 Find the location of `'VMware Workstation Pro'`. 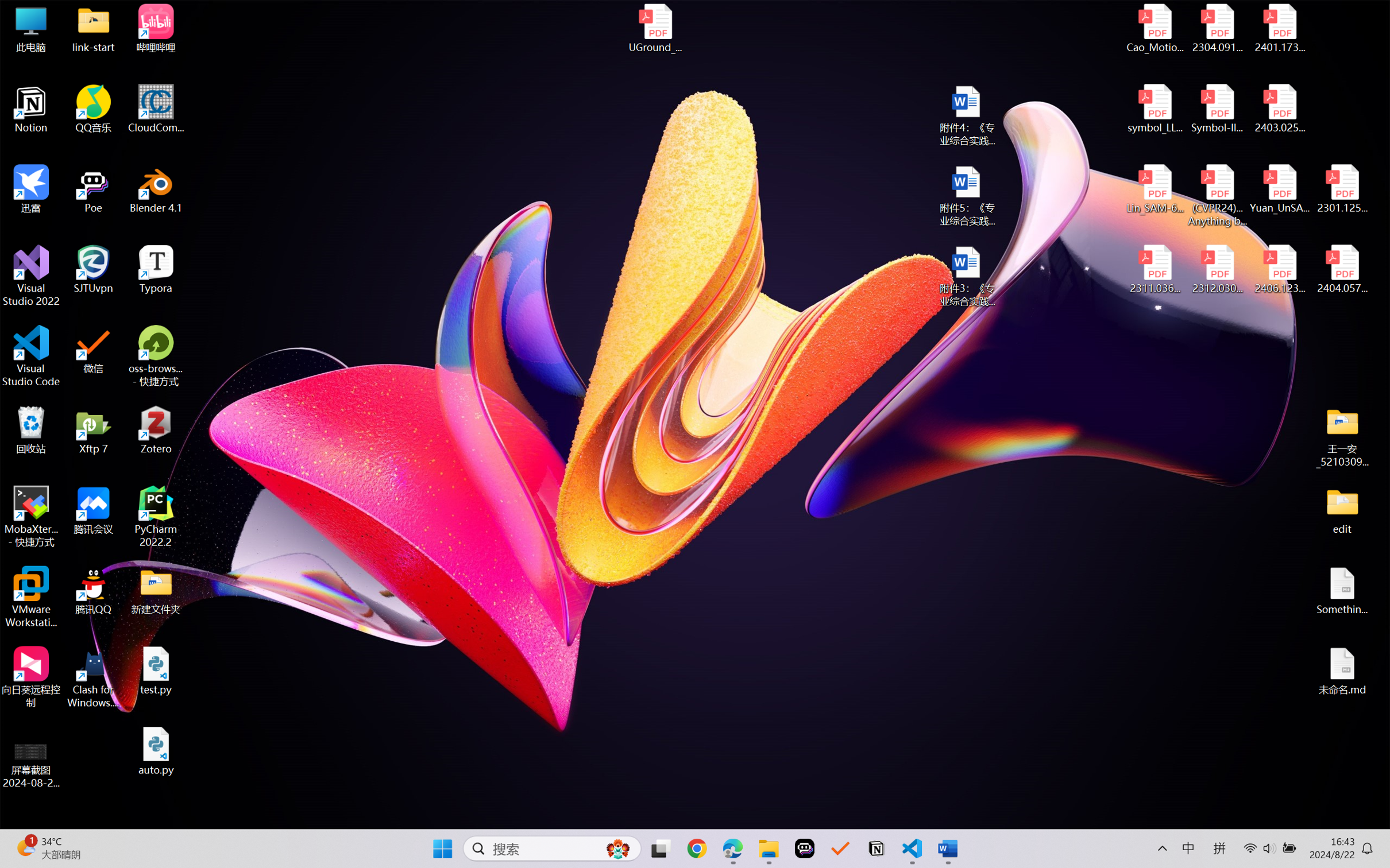

'VMware Workstation Pro' is located at coordinates (30, 597).